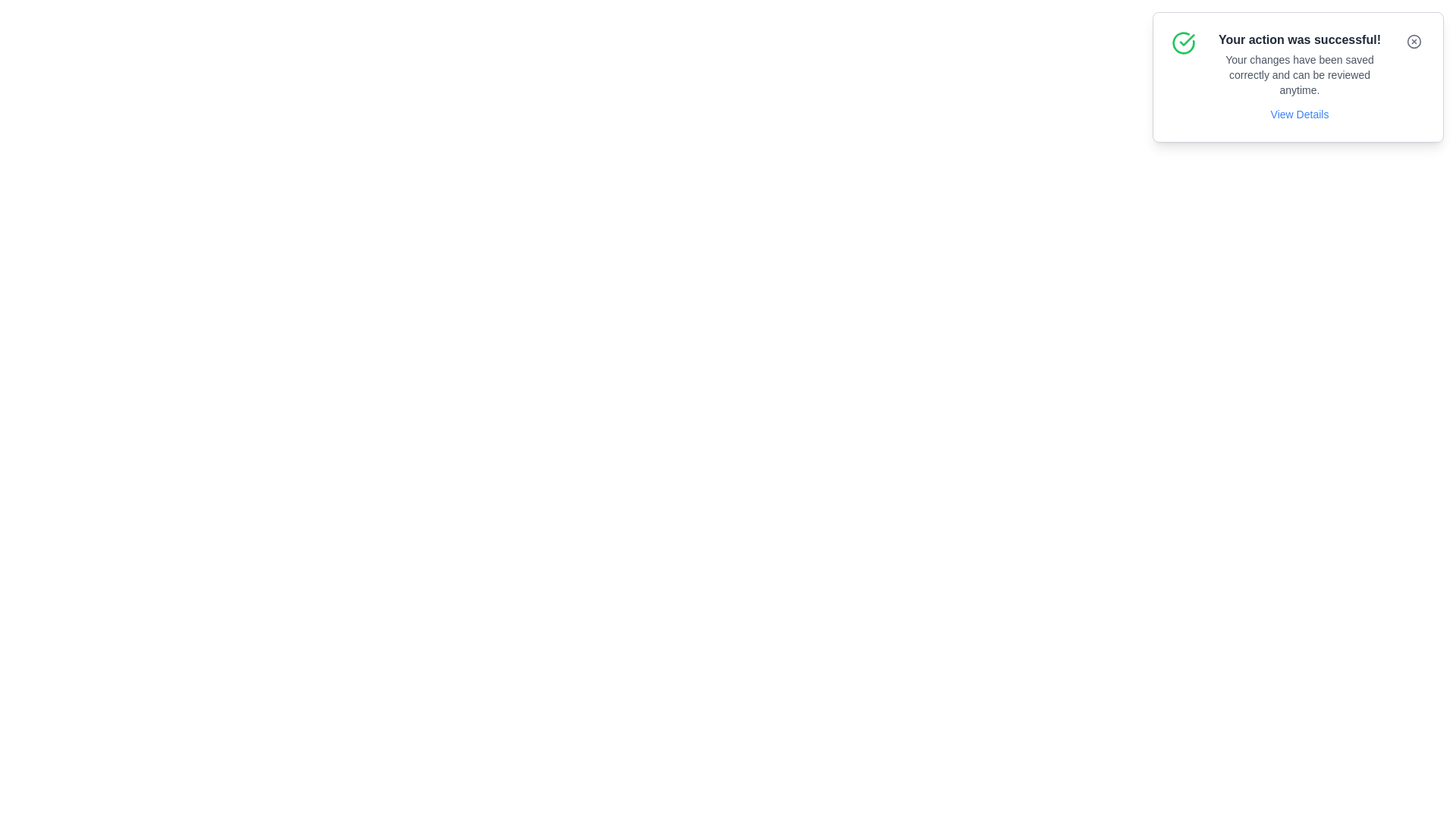 Image resolution: width=1456 pixels, height=819 pixels. I want to click on the 'View Details' link to view additional information, so click(1298, 113).